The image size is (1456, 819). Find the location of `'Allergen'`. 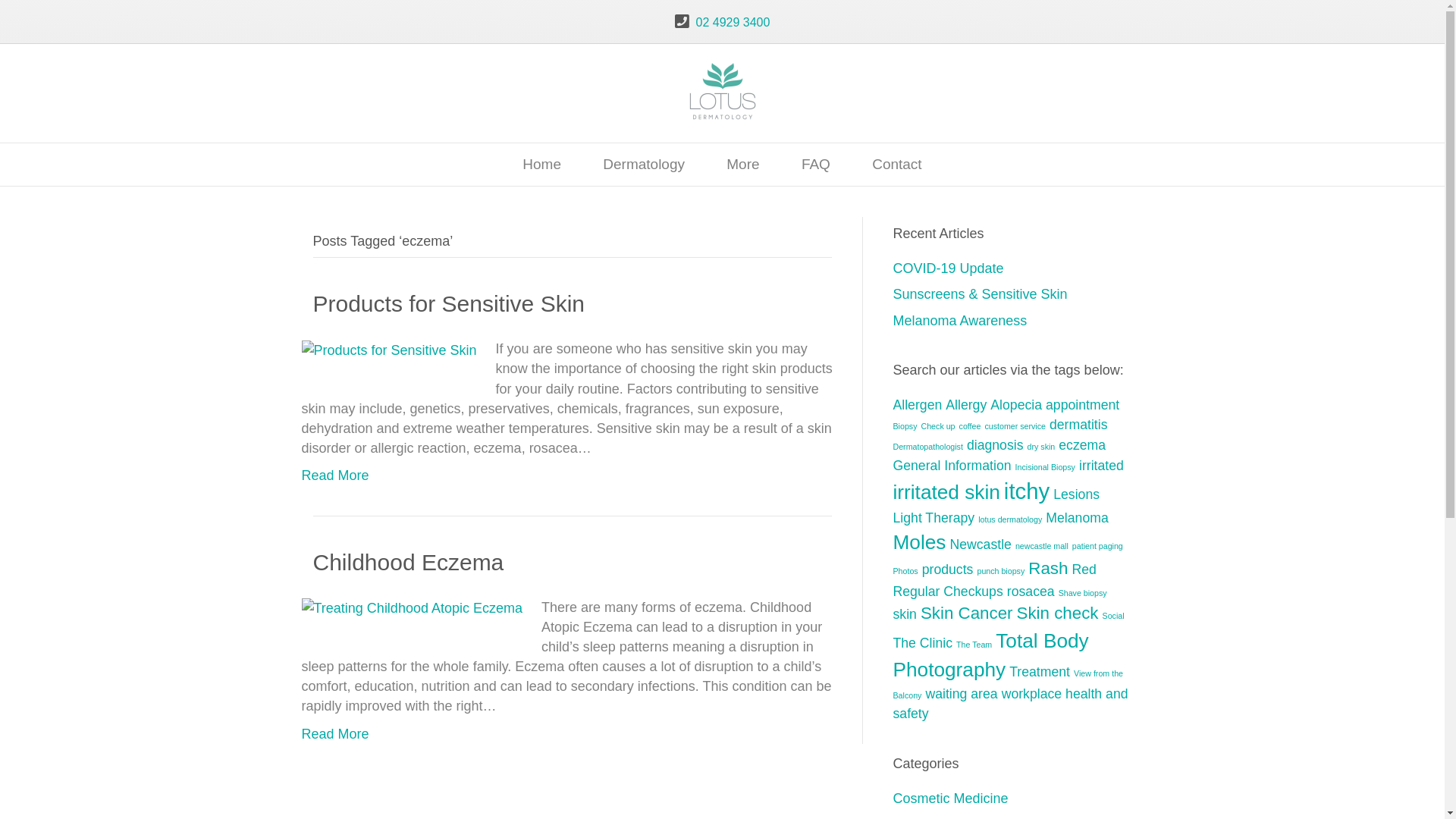

'Allergen' is located at coordinates (917, 403).